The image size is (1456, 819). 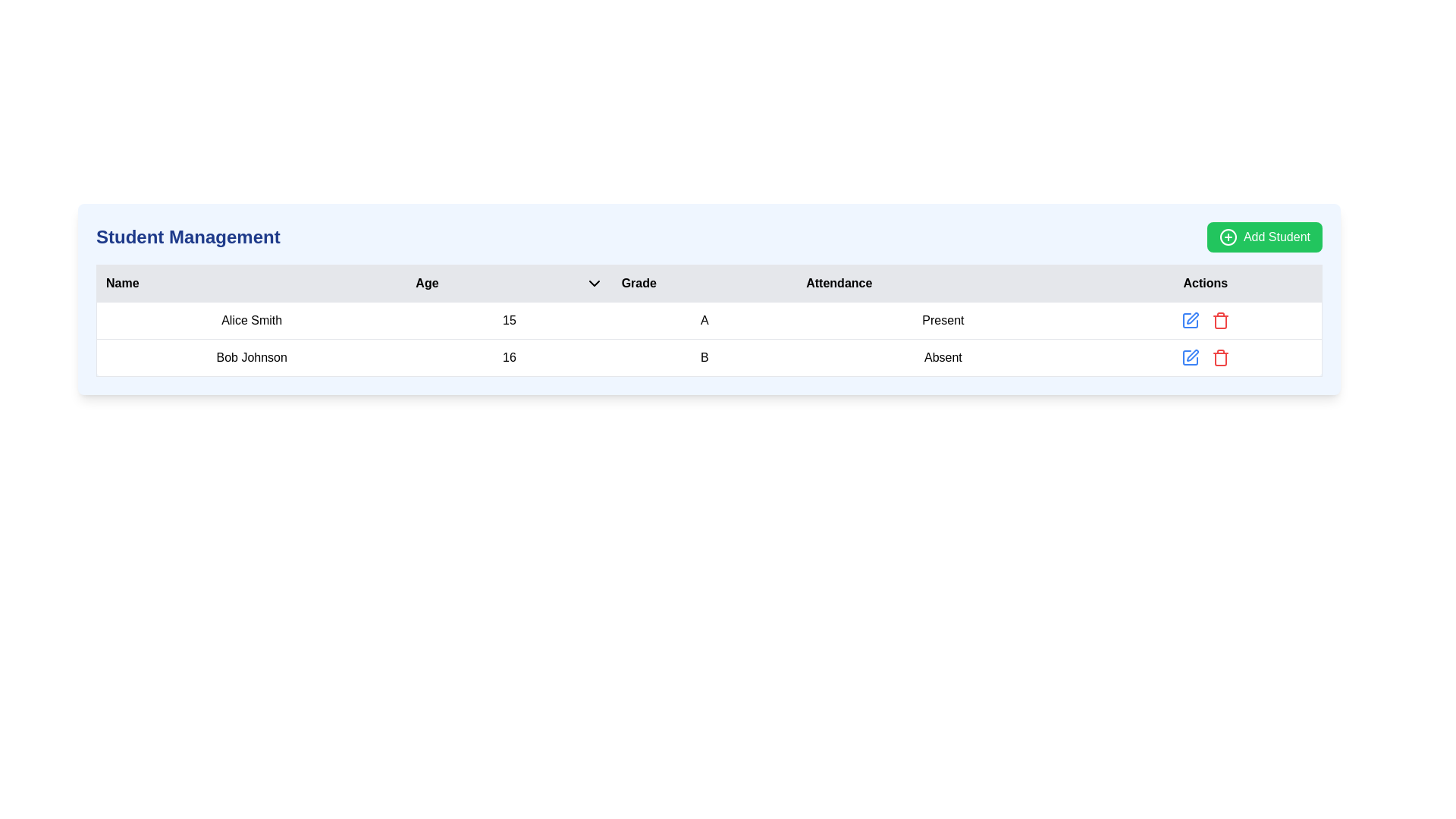 I want to click on the table cell containing the letter 'B' in the third column of the second row, which represents the grade for 'Bob Johnson', so click(x=708, y=357).